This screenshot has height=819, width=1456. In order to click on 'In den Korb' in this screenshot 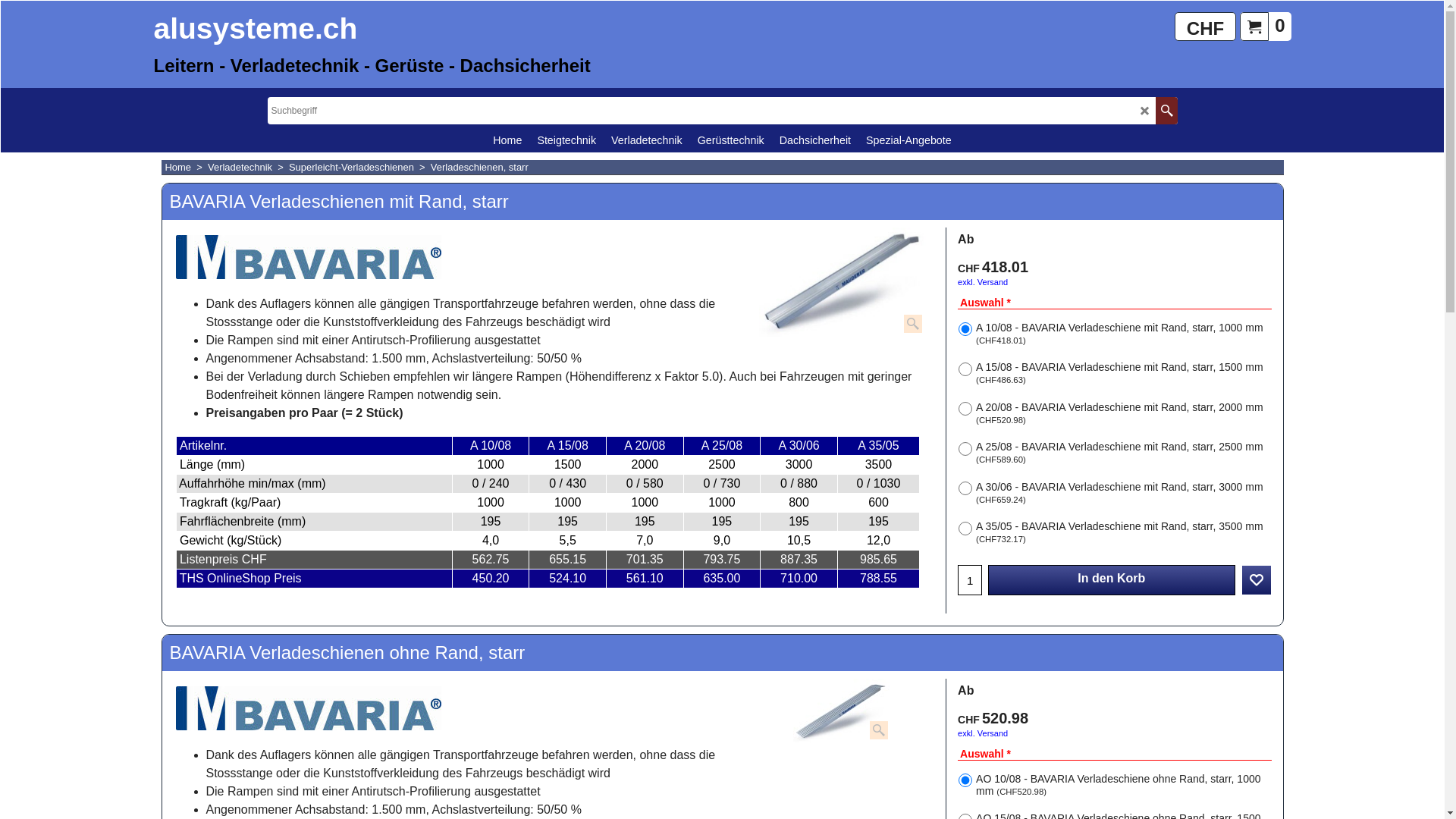, I will do `click(1111, 579)`.